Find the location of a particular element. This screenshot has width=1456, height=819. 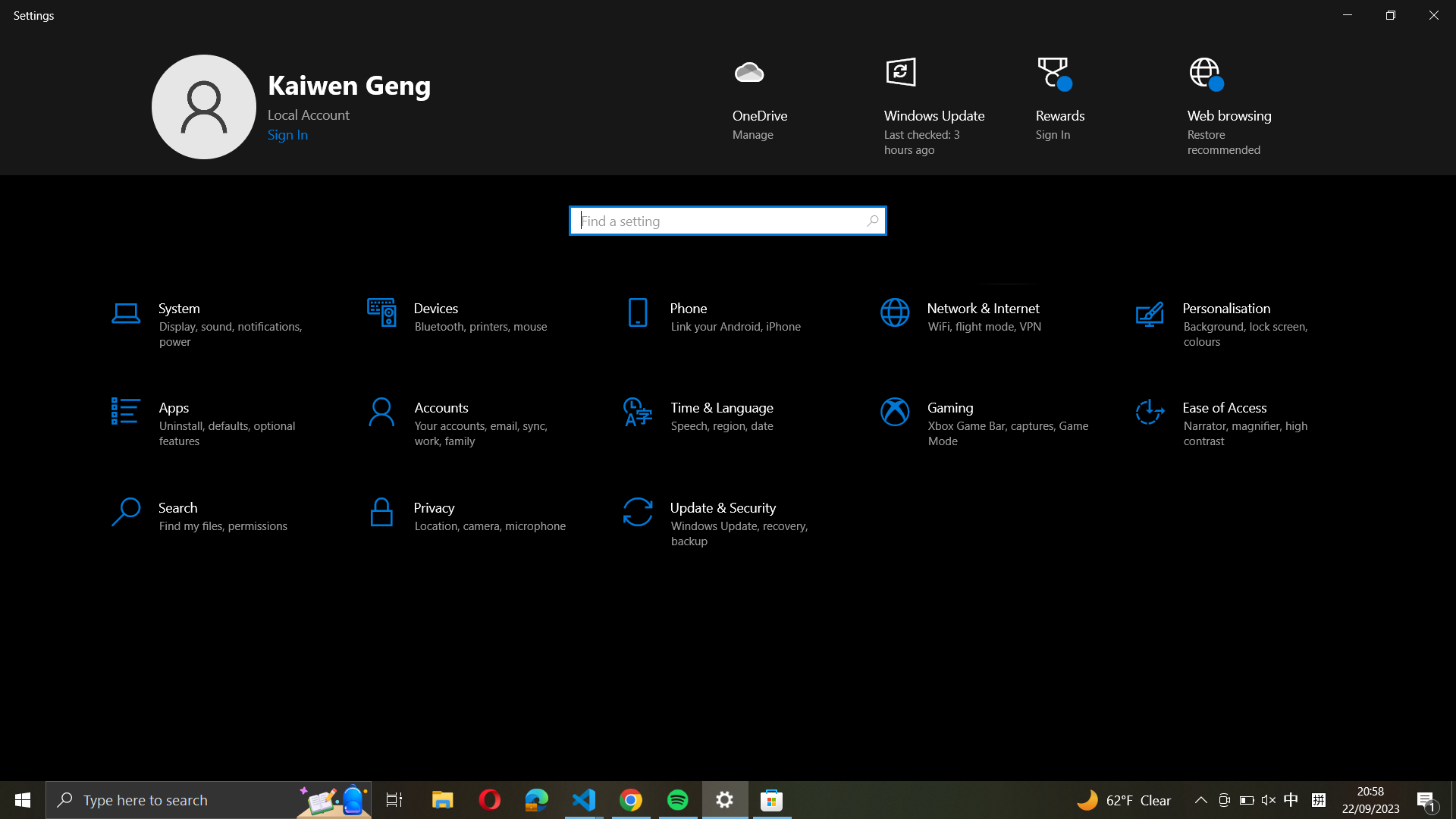

Windows update procedure by clicking the button placed at the bottom right corner is located at coordinates (925, 104).